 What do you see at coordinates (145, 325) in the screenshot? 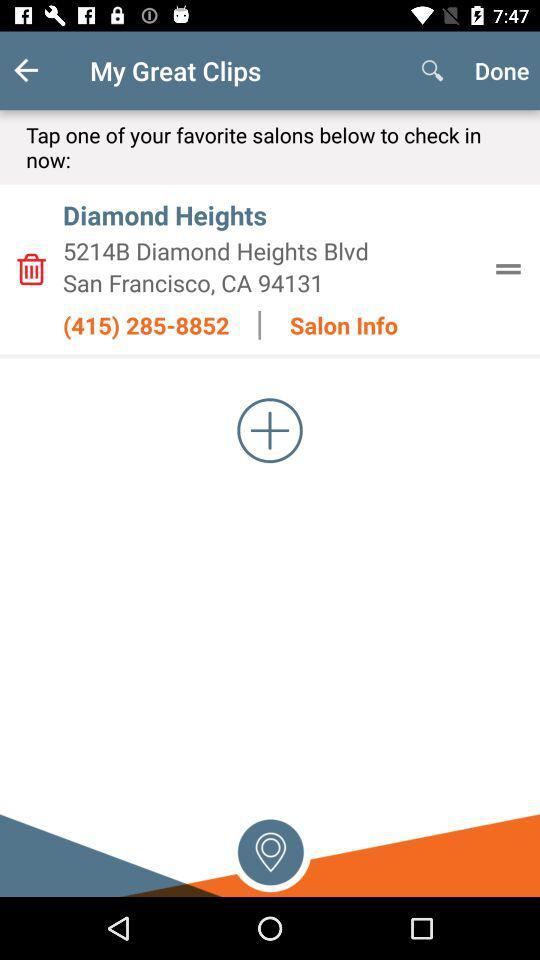
I see `the icon below san francisco ca item` at bounding box center [145, 325].